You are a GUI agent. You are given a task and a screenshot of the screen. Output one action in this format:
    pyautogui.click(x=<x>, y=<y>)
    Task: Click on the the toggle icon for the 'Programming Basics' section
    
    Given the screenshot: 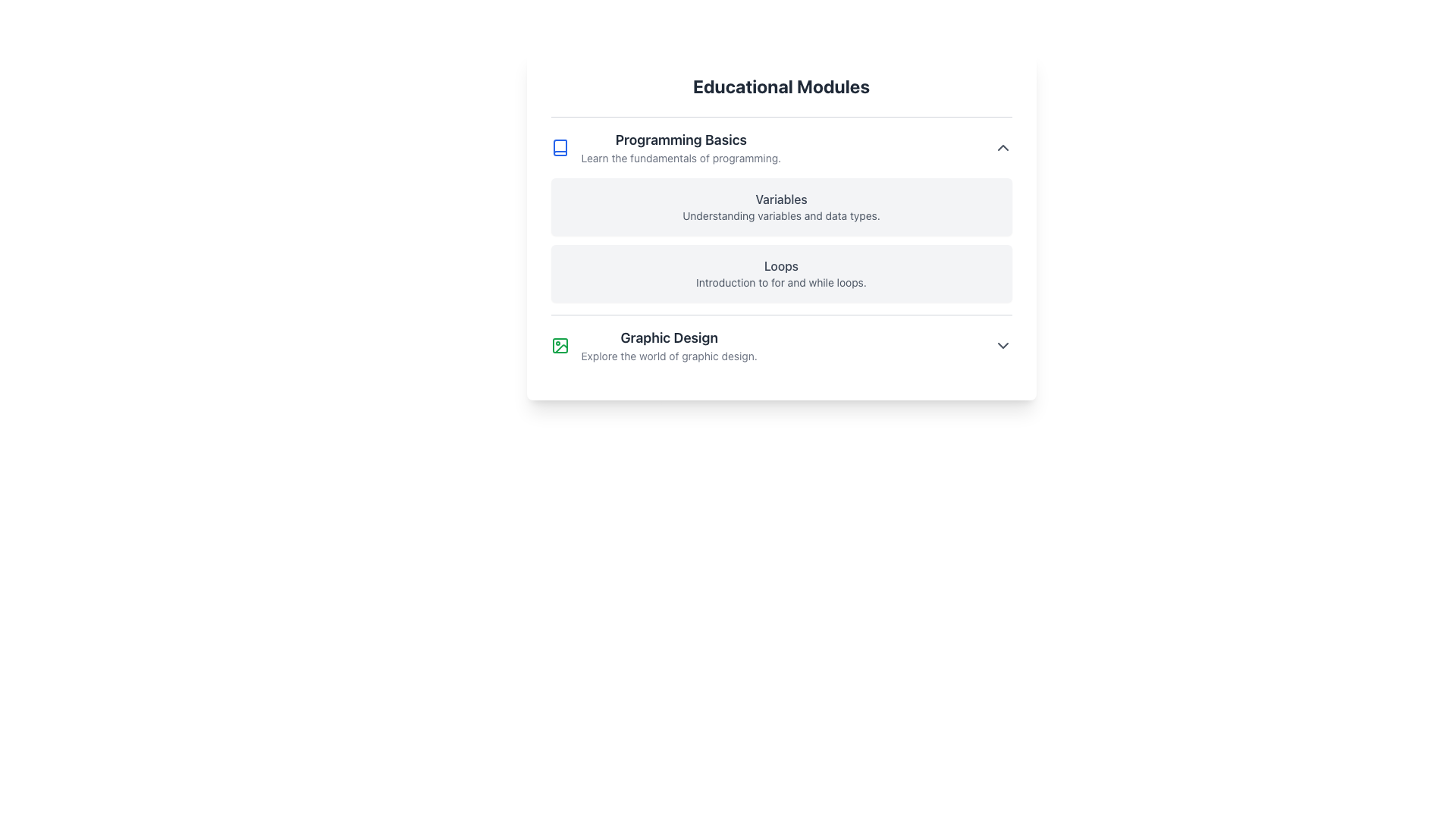 What is the action you would take?
    pyautogui.click(x=1003, y=148)
    